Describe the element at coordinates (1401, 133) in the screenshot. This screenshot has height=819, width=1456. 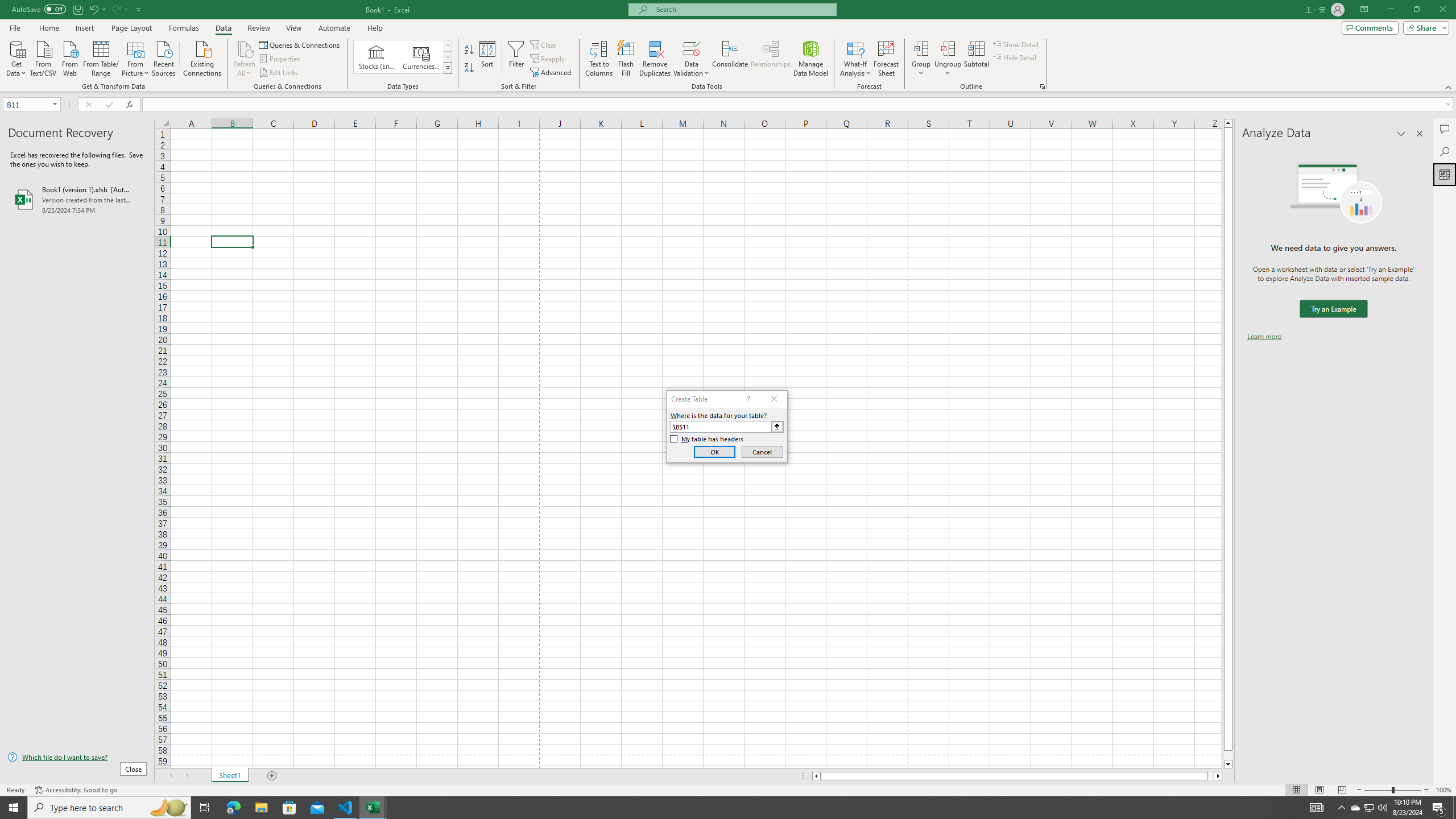
I see `'Task Pane Options'` at that location.